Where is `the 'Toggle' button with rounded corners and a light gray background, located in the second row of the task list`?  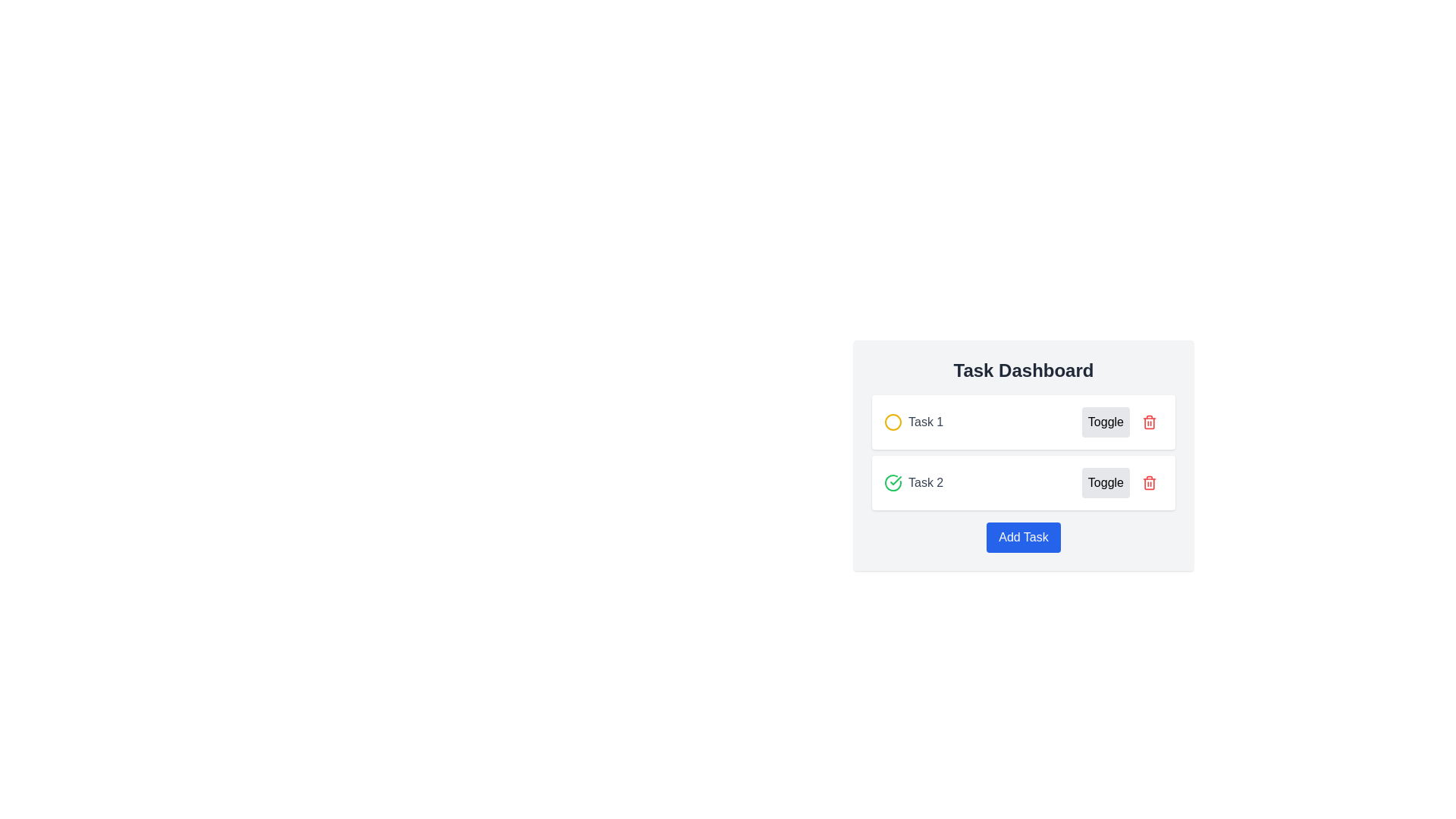
the 'Toggle' button with rounded corners and a light gray background, located in the second row of the task list is located at coordinates (1122, 482).